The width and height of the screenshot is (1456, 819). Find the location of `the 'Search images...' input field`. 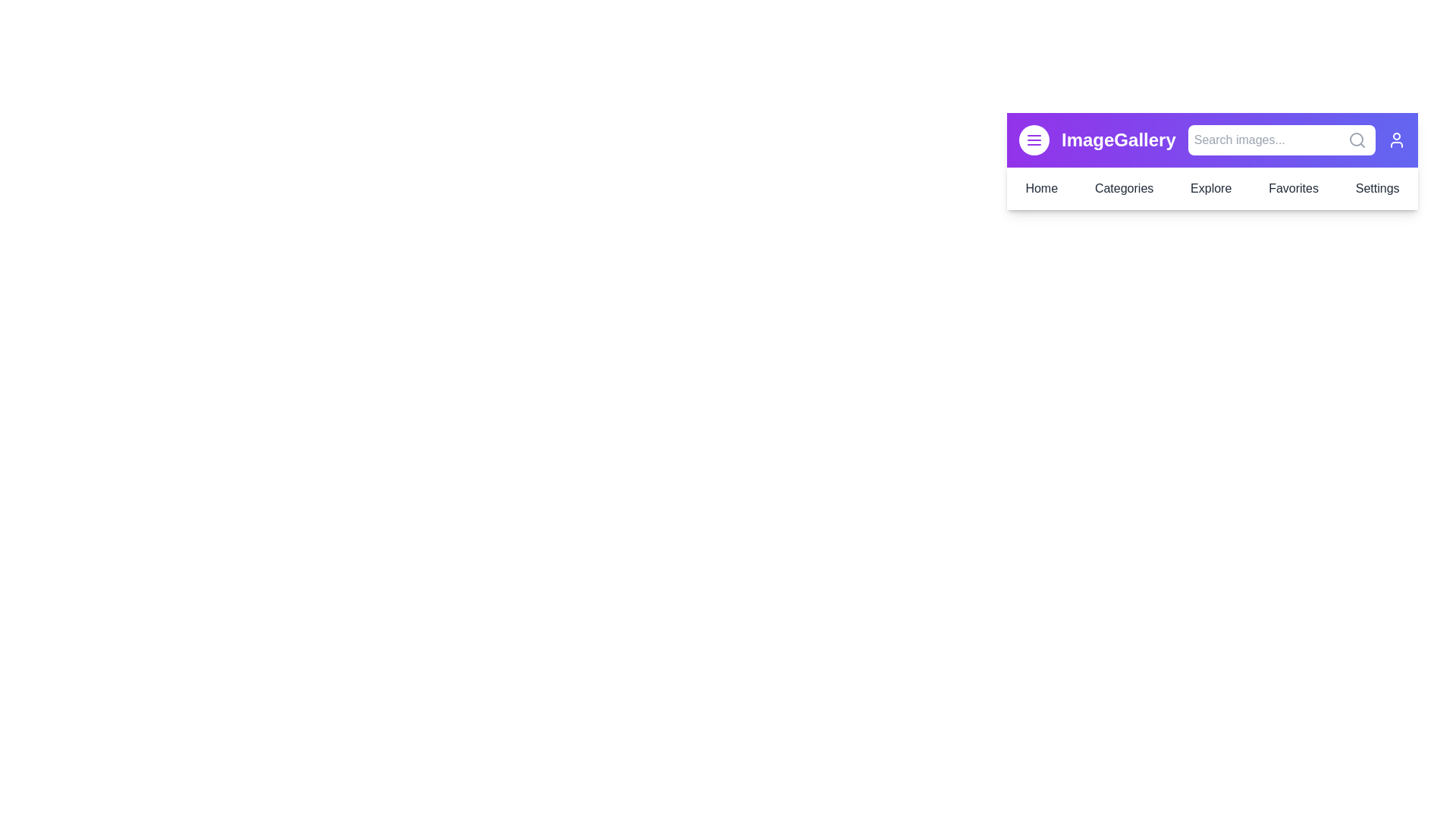

the 'Search images...' input field is located at coordinates (1280, 140).